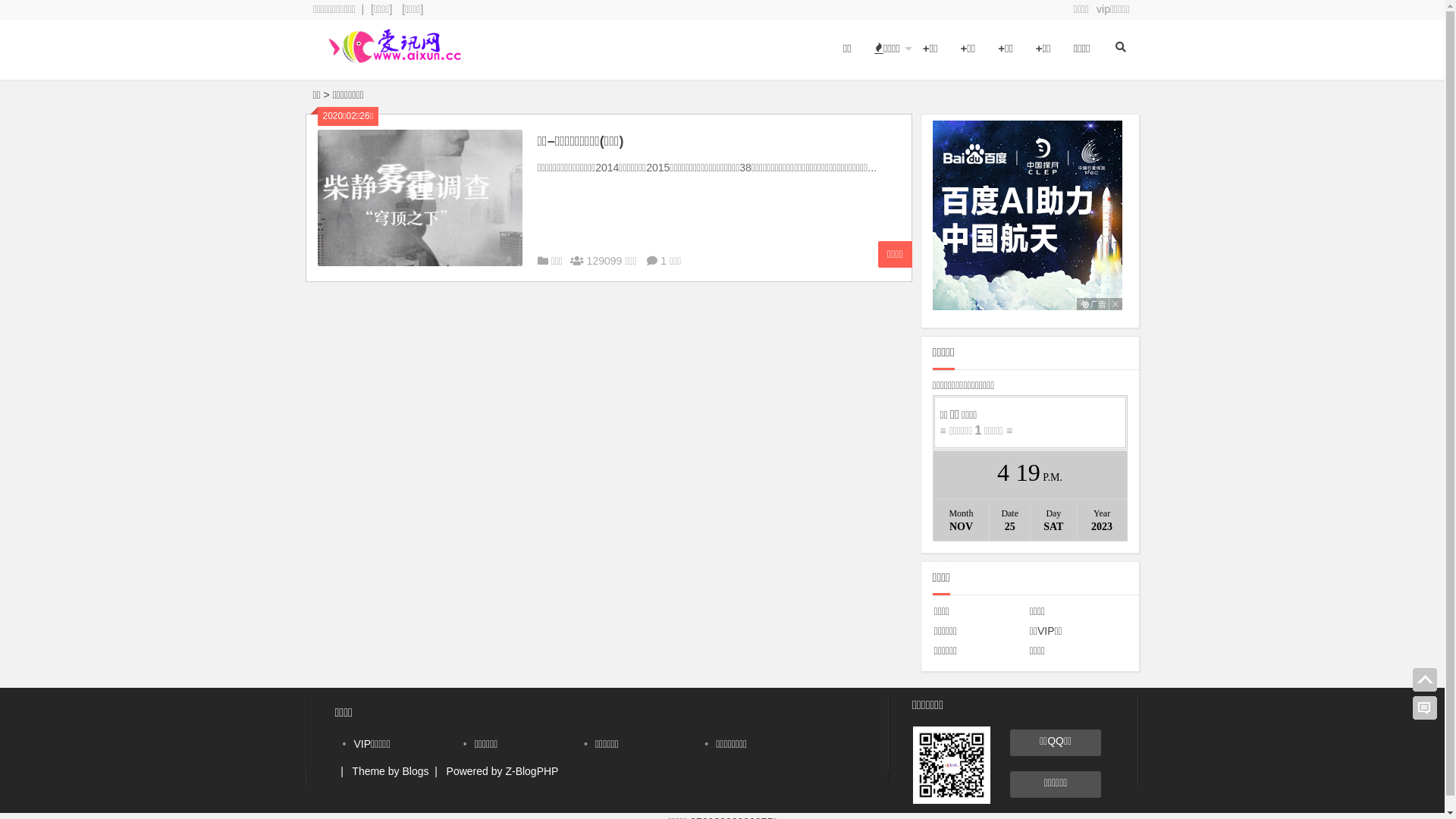  I want to click on 'Z-BlogPHP', so click(505, 771).